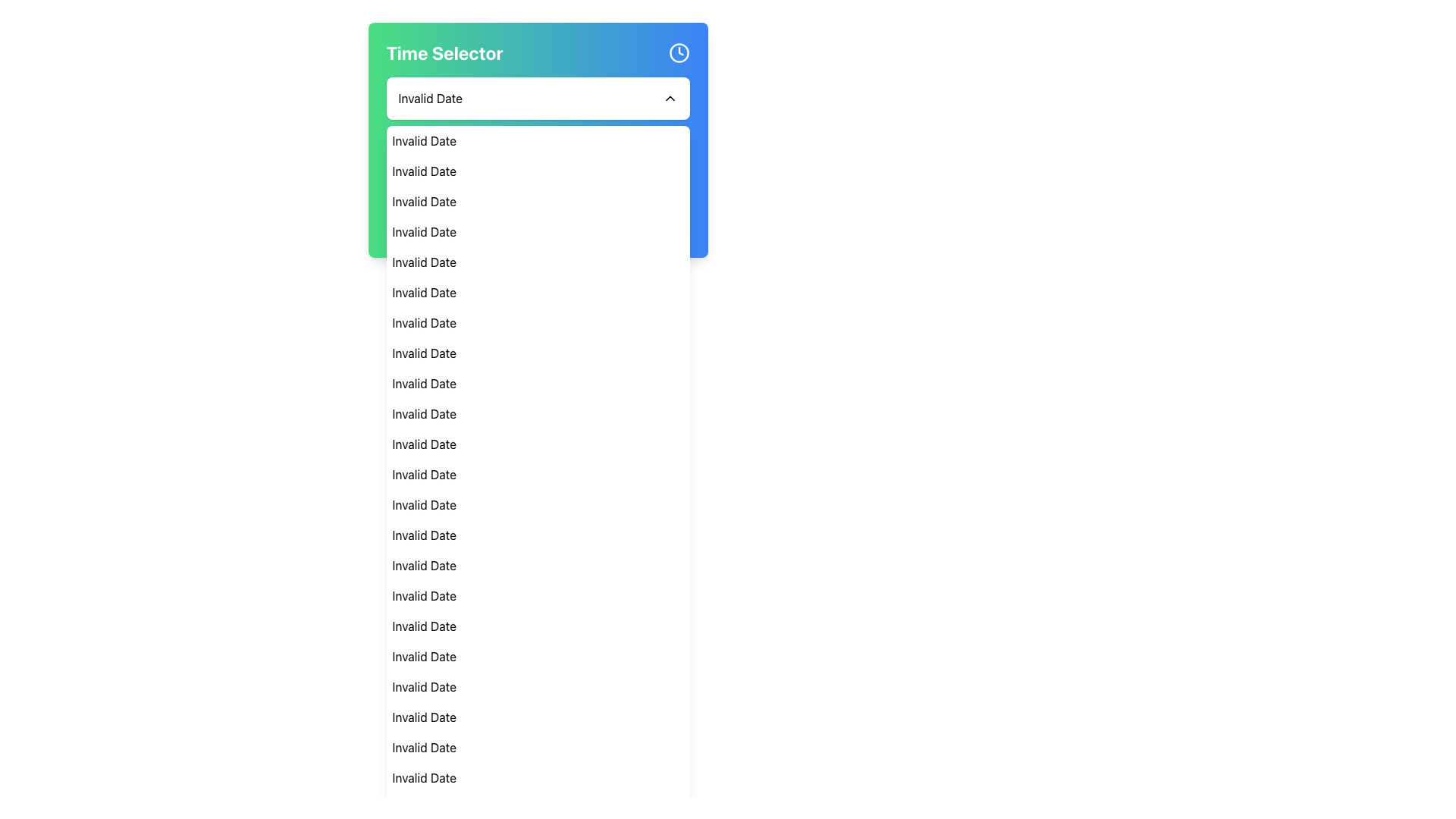 Image resolution: width=1456 pixels, height=819 pixels. Describe the element at coordinates (538, 687) in the screenshot. I see `to select the 20th entry in the dropdown menu indicating 'Invalid Date'` at that location.